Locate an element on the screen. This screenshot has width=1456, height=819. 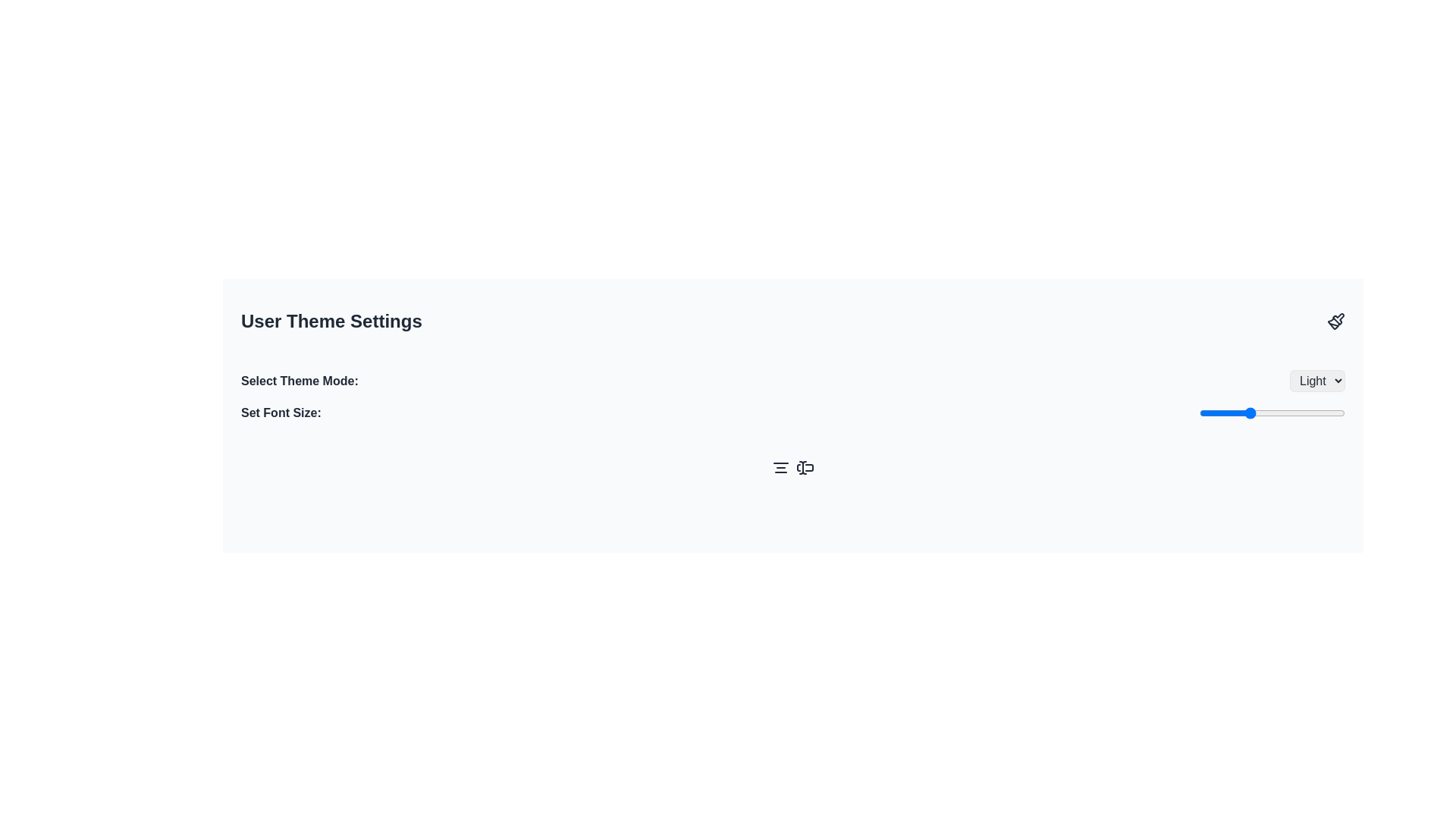
the font size is located at coordinates (1295, 413).